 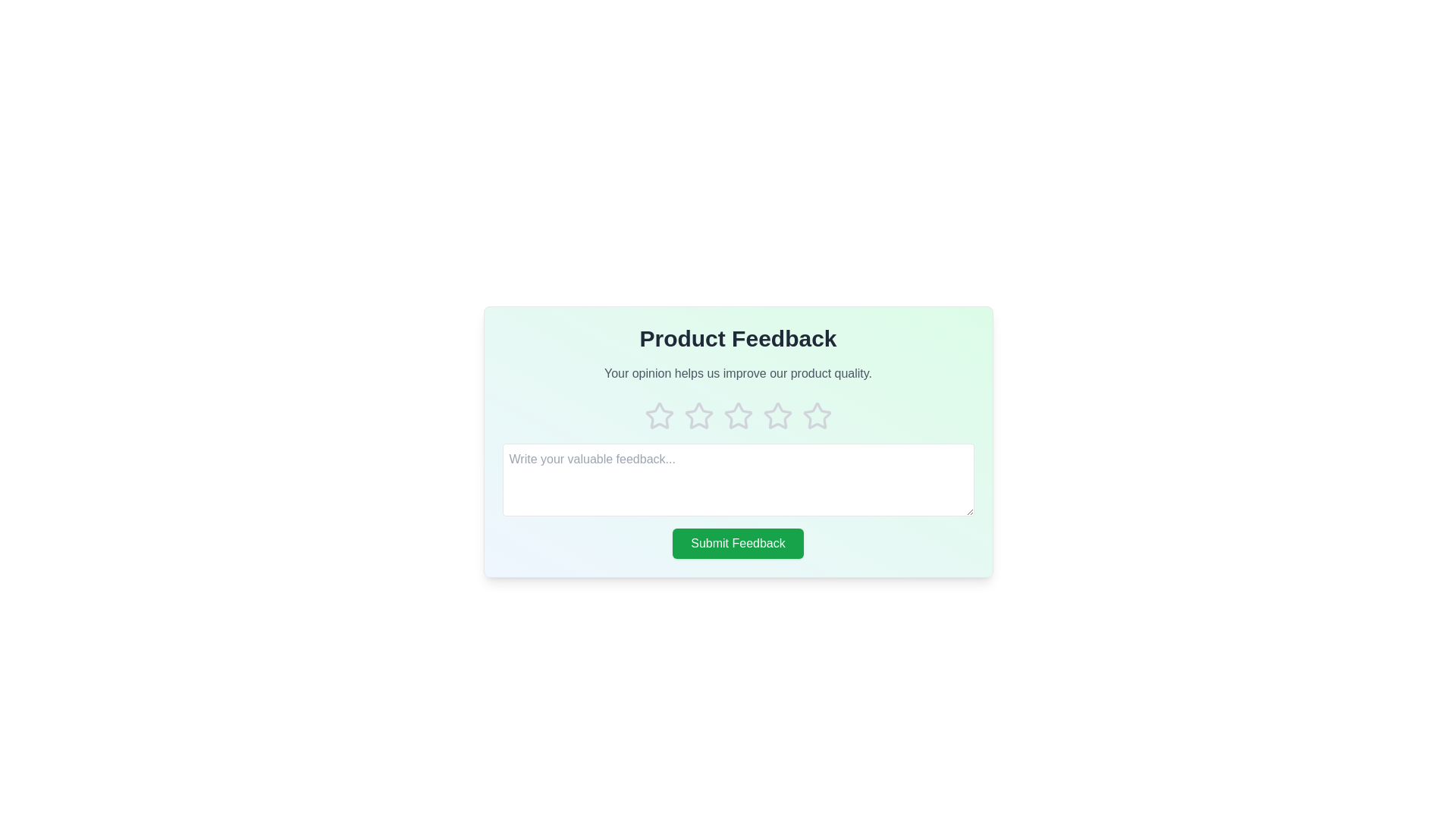 I want to click on the fifth star icon in the rating widget, so click(x=815, y=415).